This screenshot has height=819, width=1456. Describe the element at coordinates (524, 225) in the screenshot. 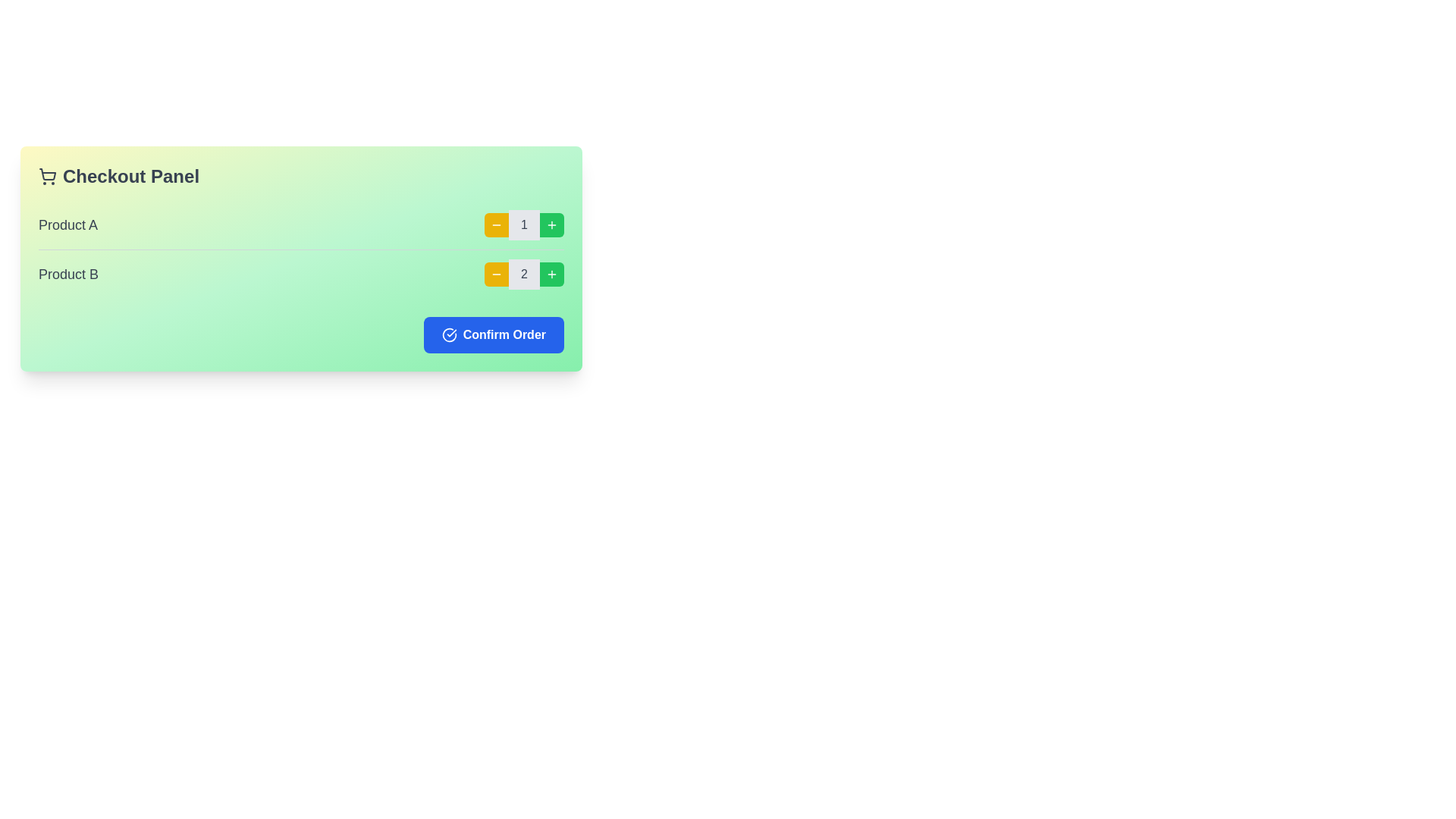

I see `the static display element showing the current quantity of 'Product A' located in the second column of the first row` at that location.